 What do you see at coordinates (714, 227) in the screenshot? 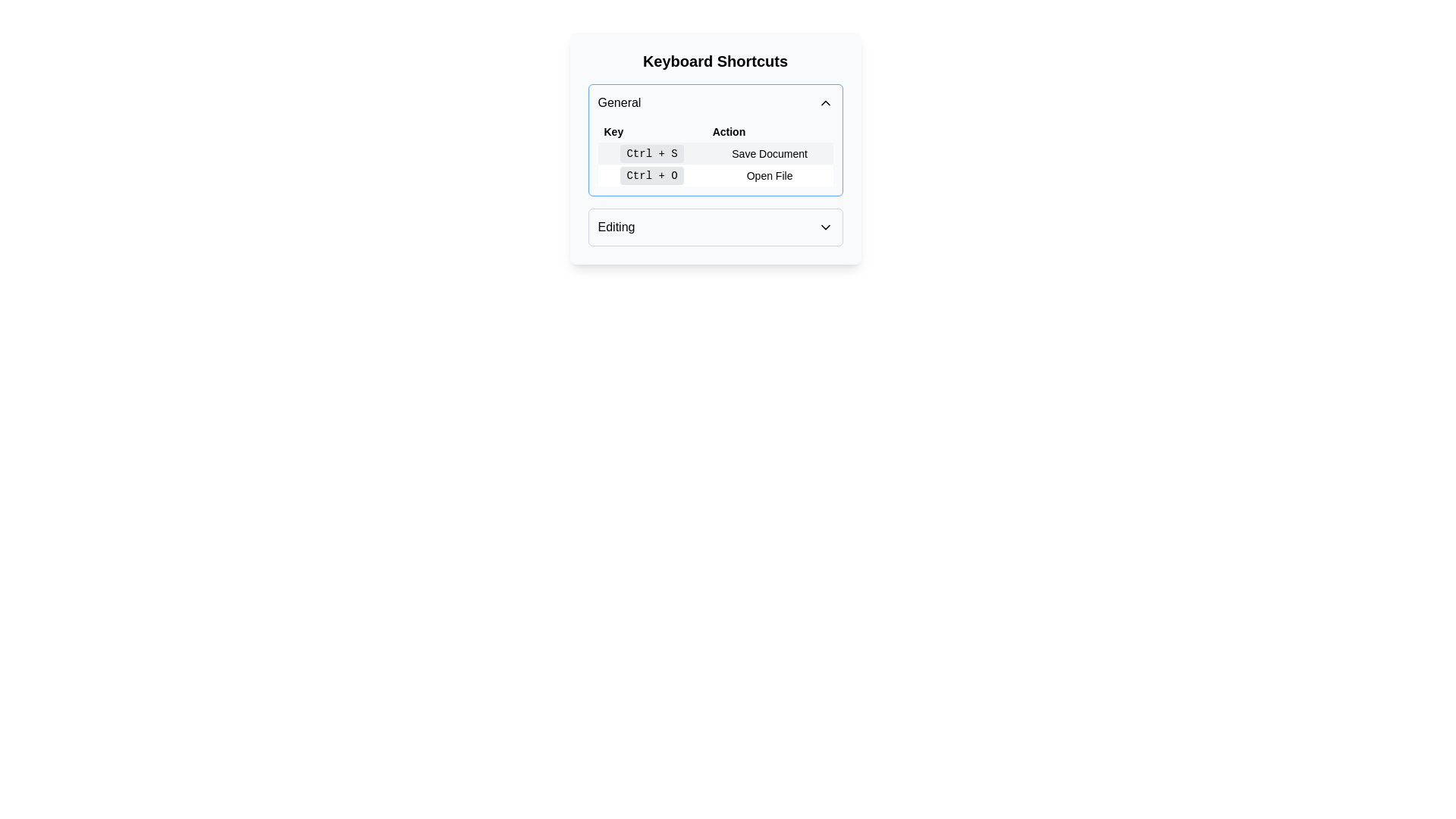
I see `the 'Editing' dropdown activator/button with a gray border and rounded corners, located in the 'Keyboard Shortcuts' section` at bounding box center [714, 227].